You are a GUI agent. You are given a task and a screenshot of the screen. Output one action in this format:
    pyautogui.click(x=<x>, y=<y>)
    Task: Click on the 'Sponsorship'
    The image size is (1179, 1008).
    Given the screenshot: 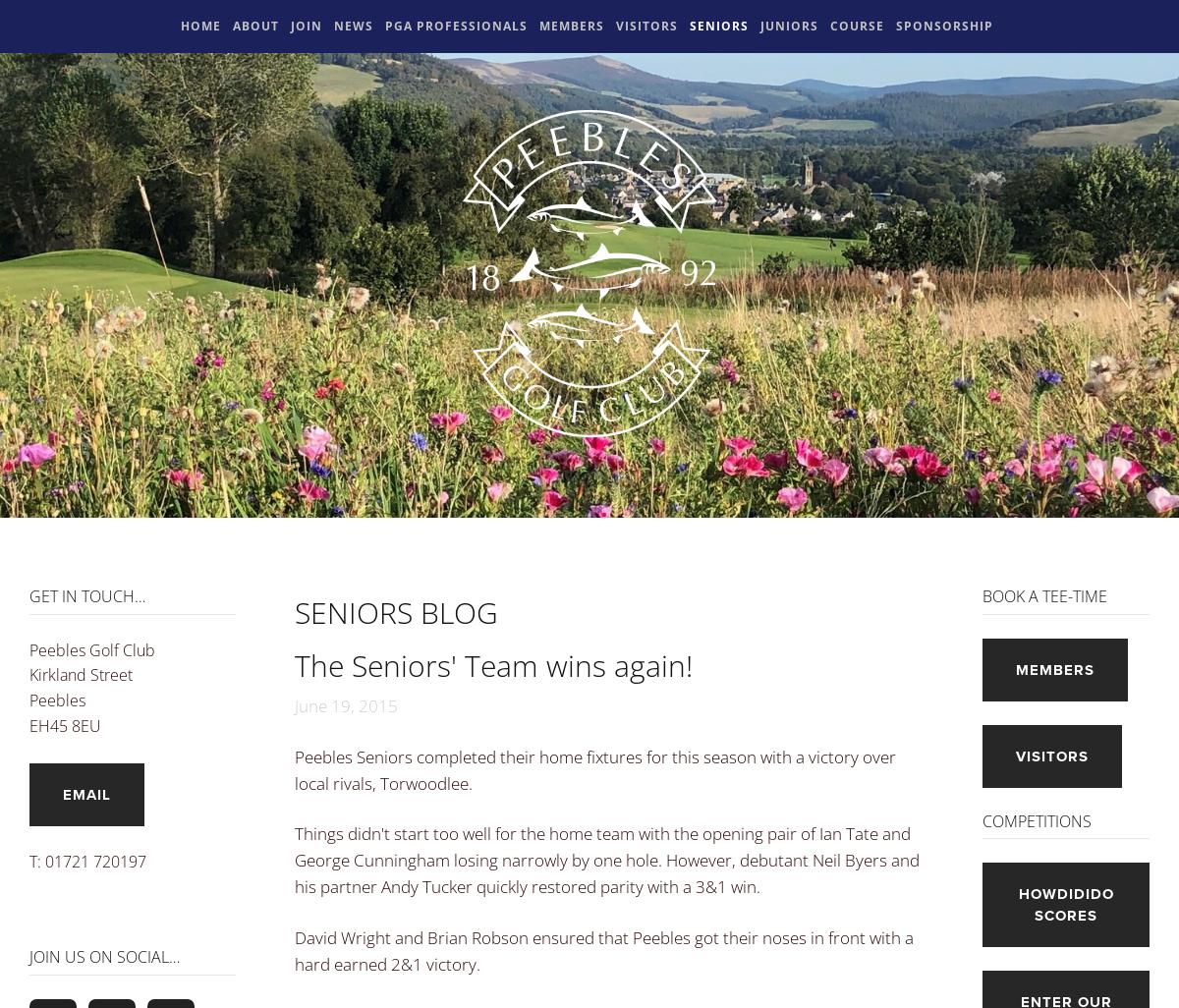 What is the action you would take?
    pyautogui.click(x=896, y=26)
    